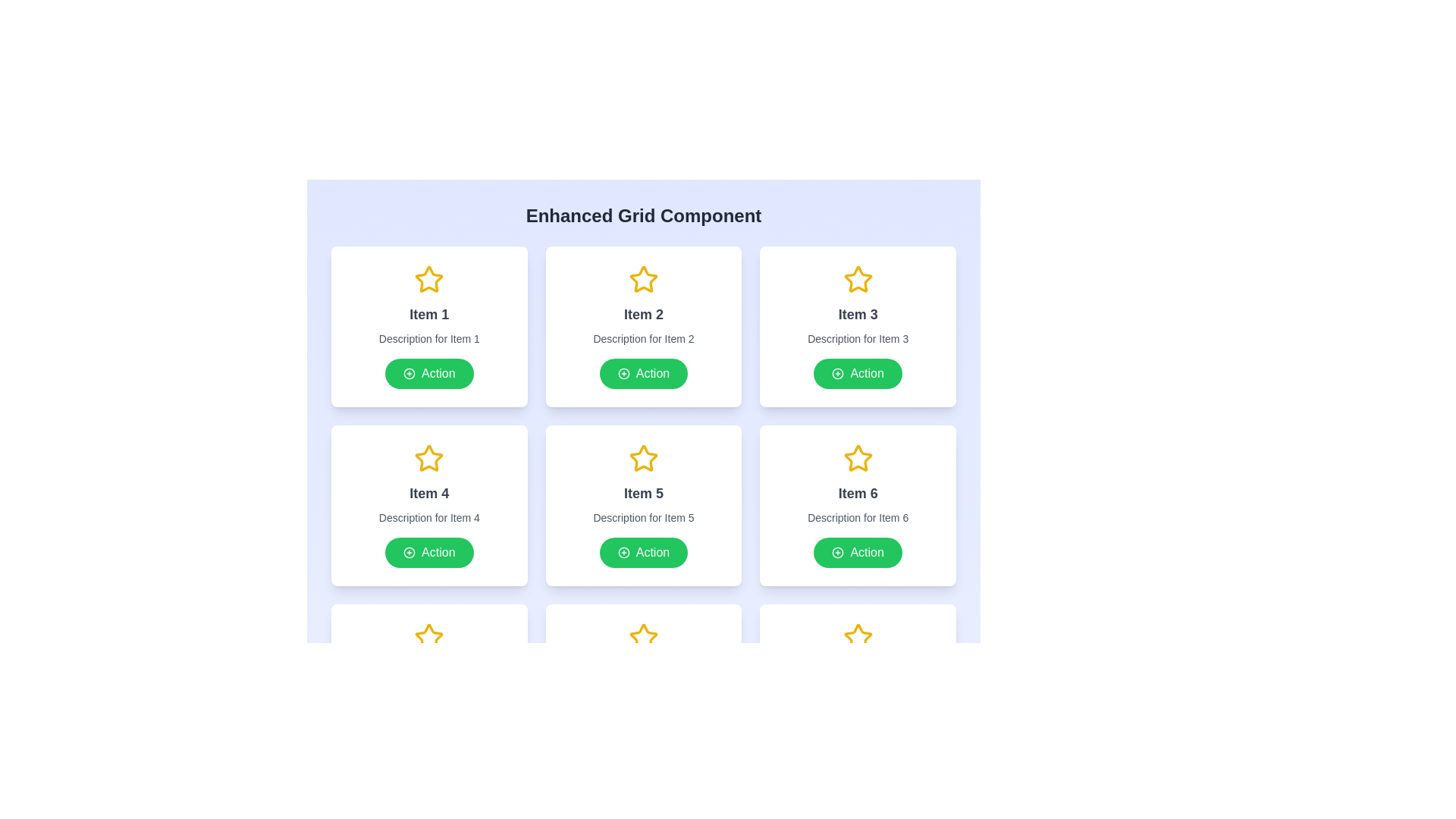  I want to click on the text label that reads 'Description for Item 6', which is located below the title 'Item 6' and above the green action button within the card for 'Item 6', so click(858, 516).